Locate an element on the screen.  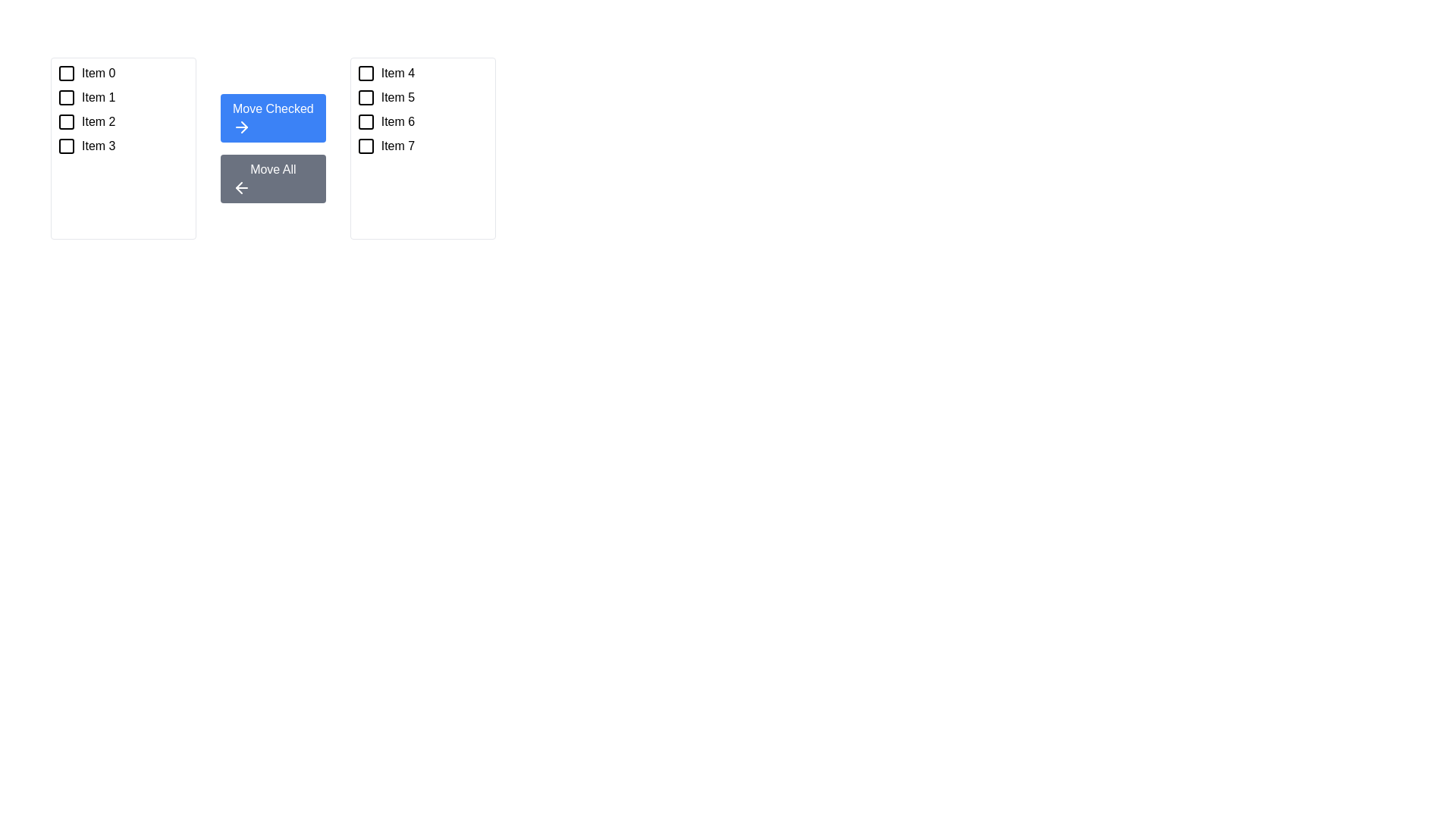
the 'Move Checked' button is located at coordinates (244, 127).